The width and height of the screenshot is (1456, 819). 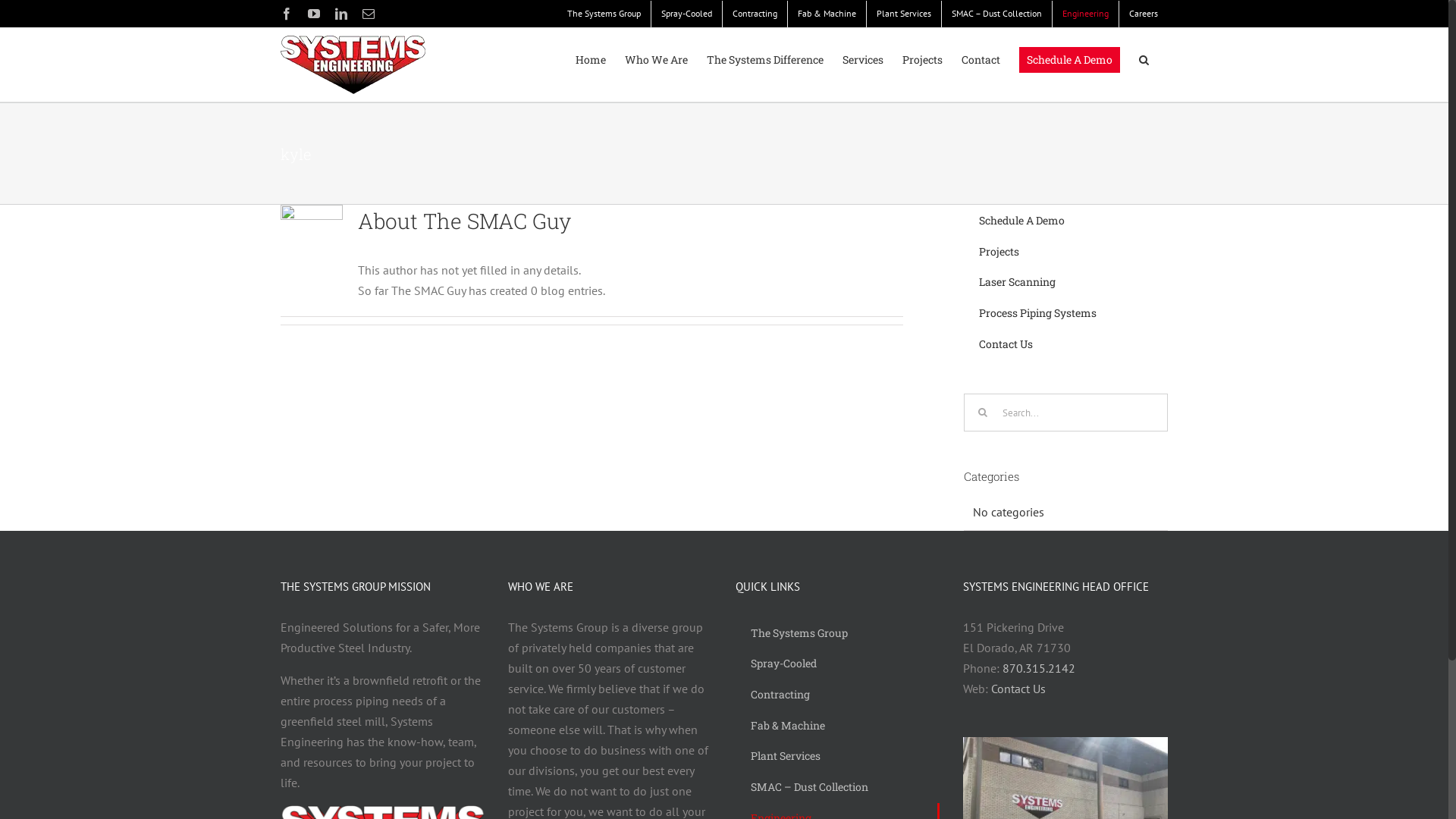 I want to click on 'LinkedIn', so click(x=340, y=14).